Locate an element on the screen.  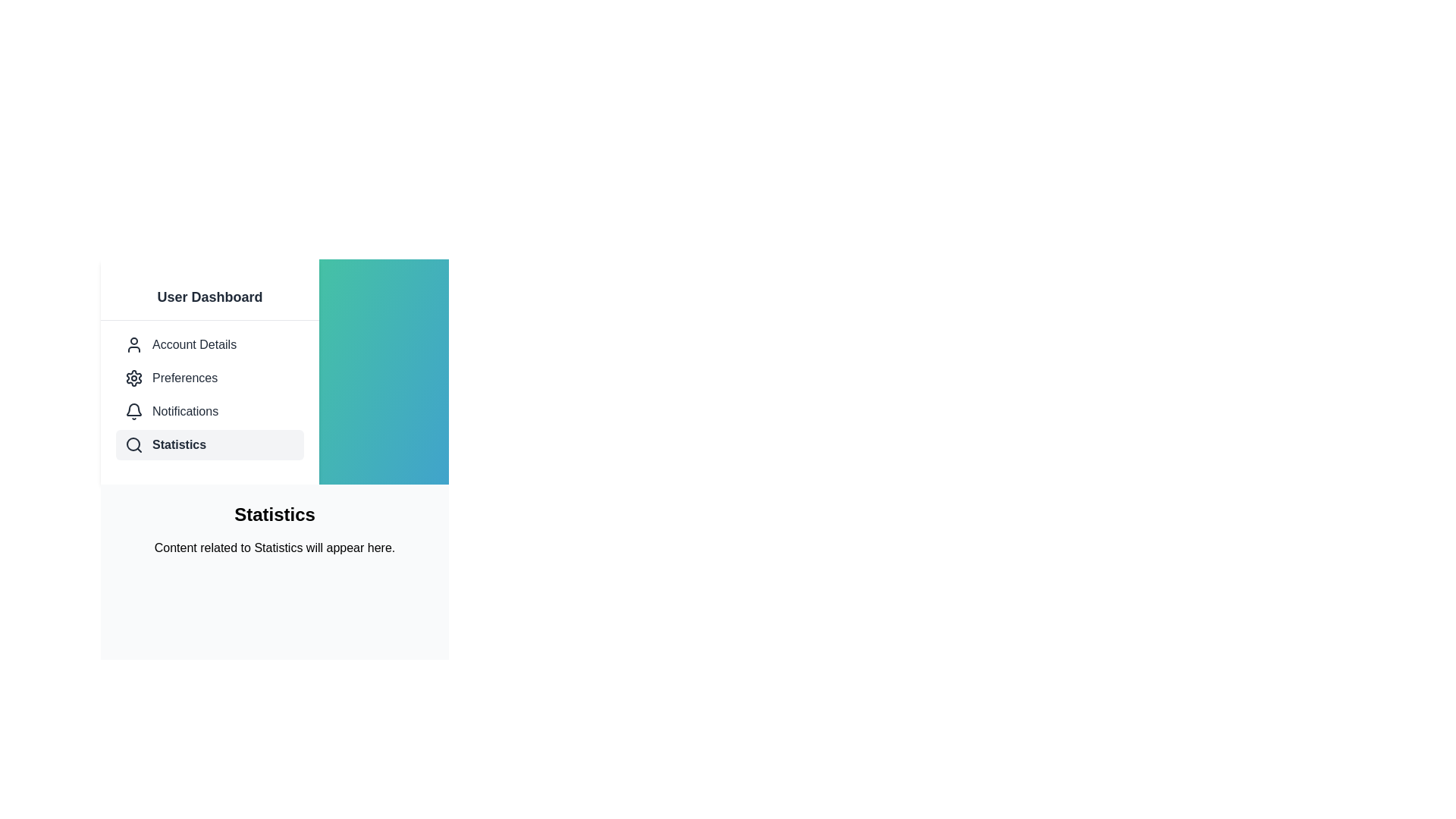
the 'Notifications' sidebar menu item located under 'User Dashboard', which is the third option from the top in the left-side navigation panel is located at coordinates (209, 412).